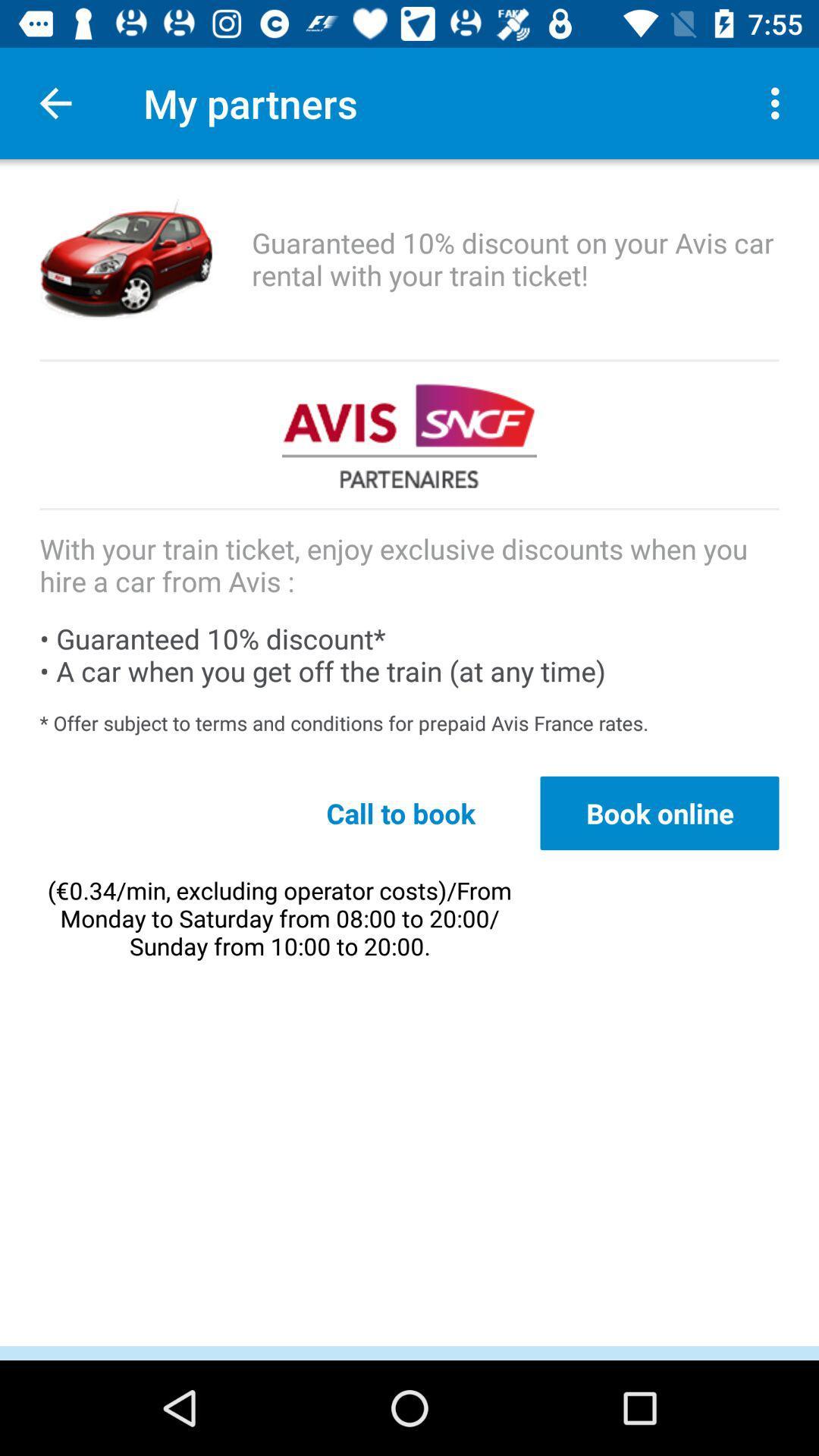  I want to click on the call to book icon, so click(400, 812).